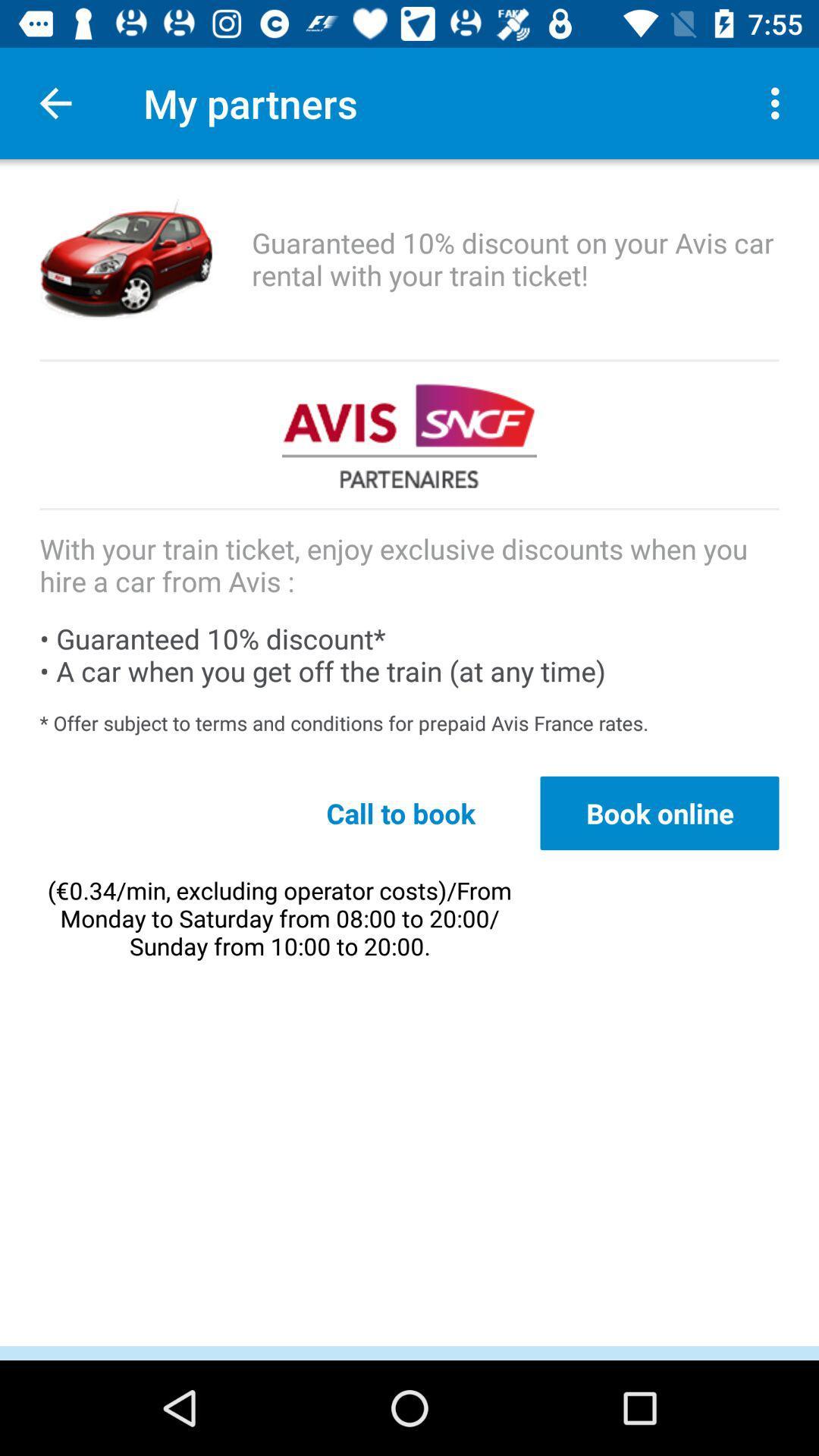  I want to click on the call to book icon, so click(400, 812).